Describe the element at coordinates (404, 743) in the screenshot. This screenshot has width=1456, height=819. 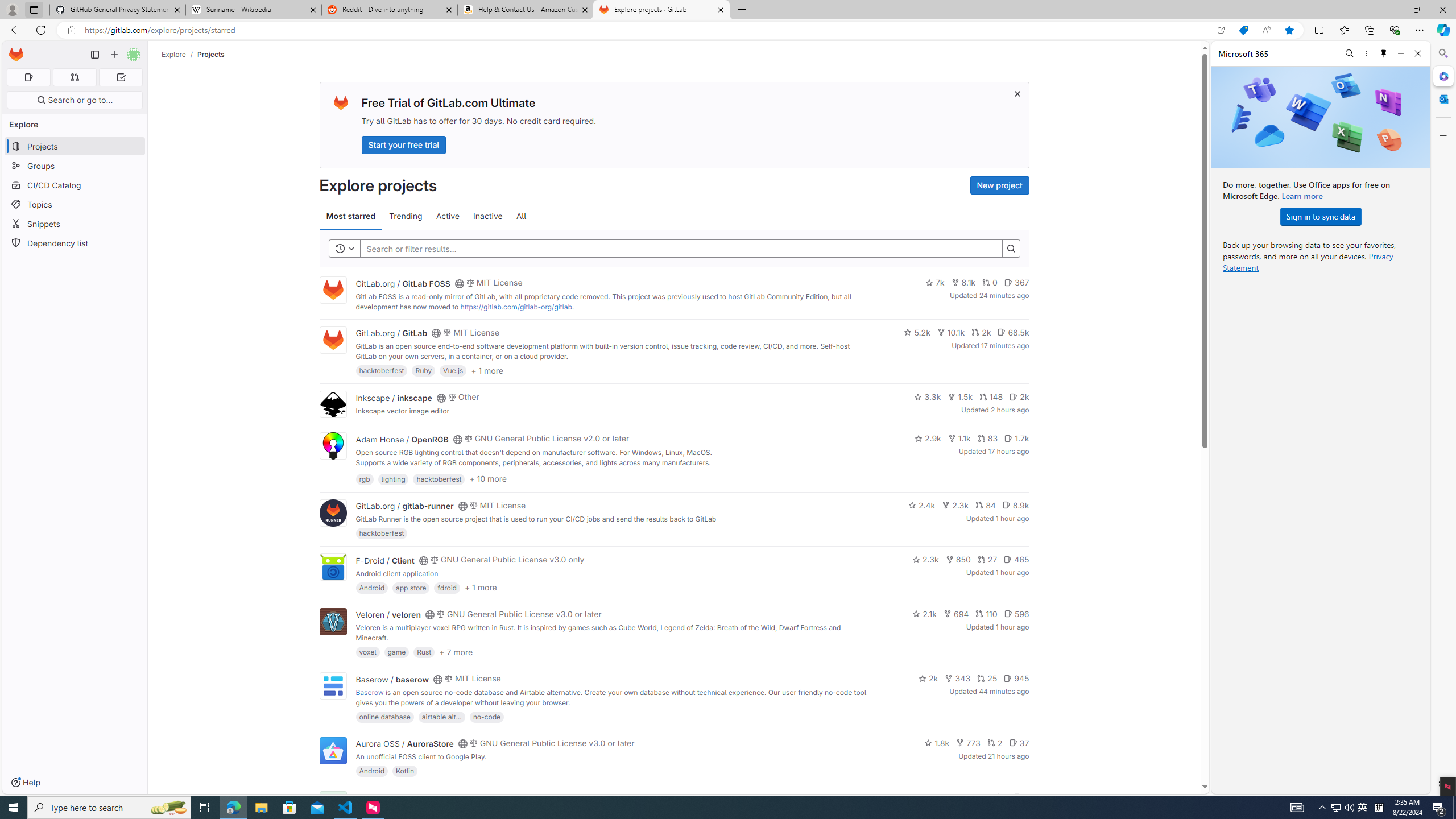
I see `'Aurora OSS / AuroraStore'` at that location.